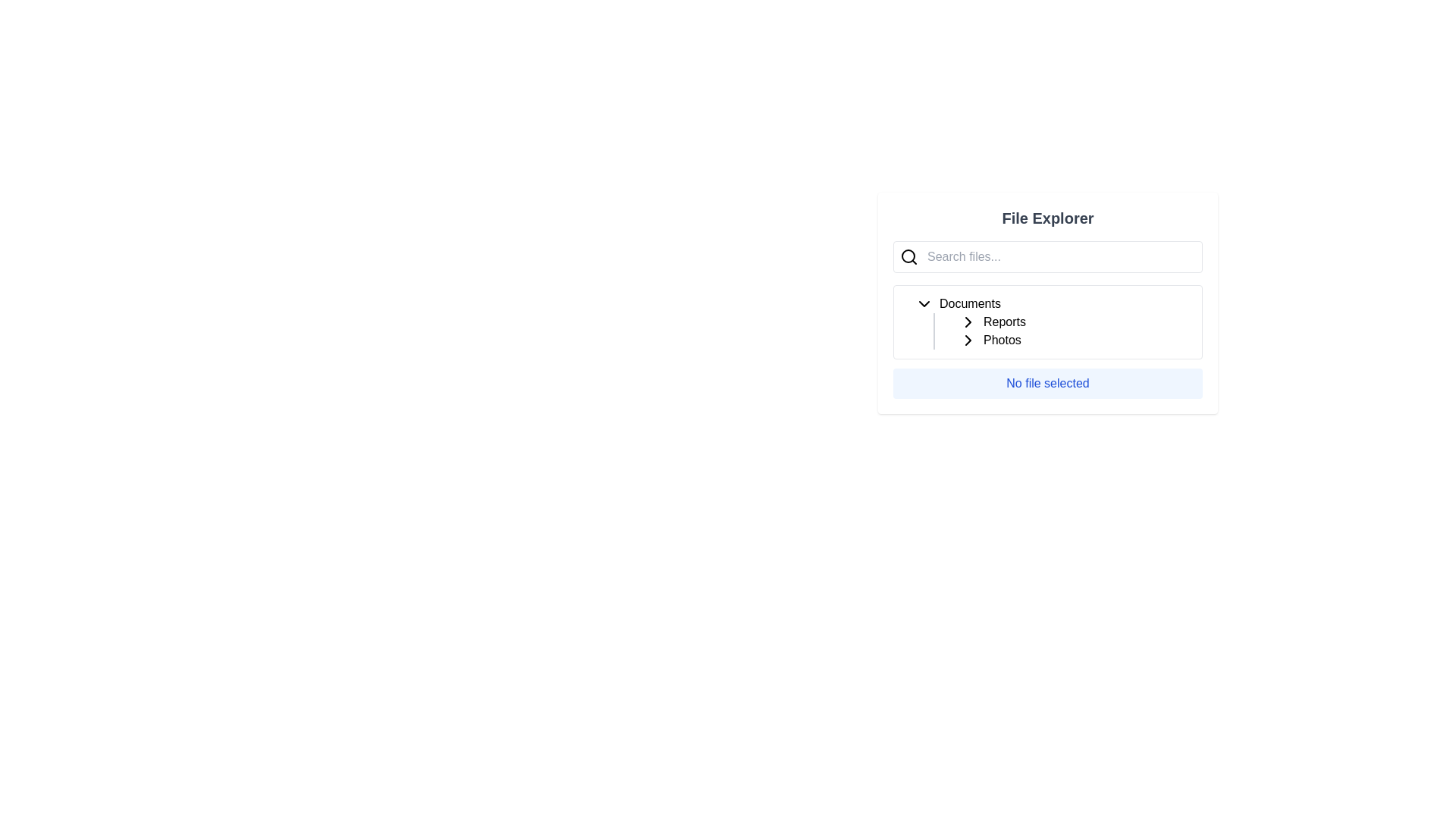  I want to click on the toggle button represented as a chevron icon, which is a black arrow-shaped icon pointing to the right, located to the left of the text 'Reports' in the file explorer interface, so click(967, 321).